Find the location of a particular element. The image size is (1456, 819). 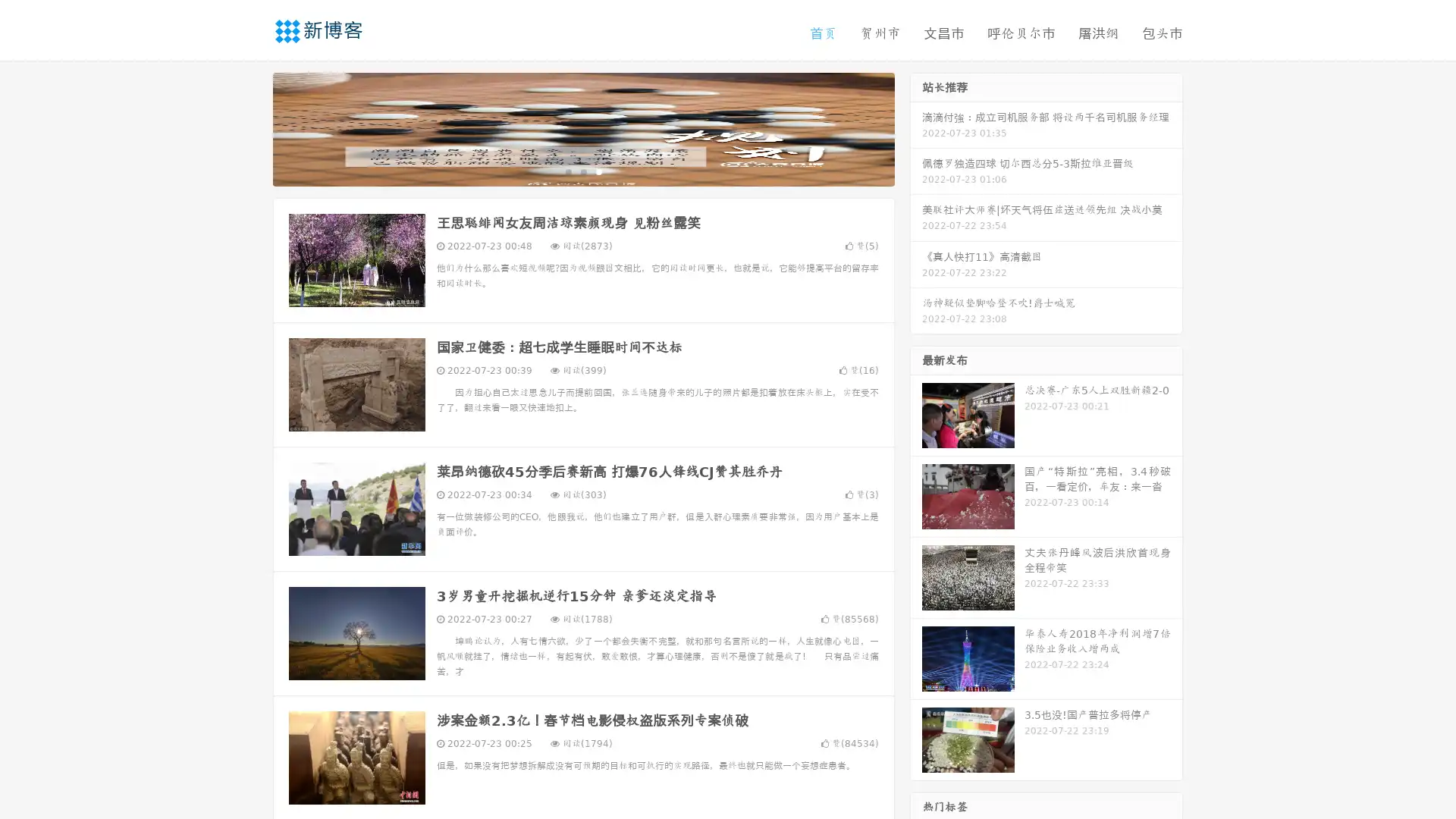

Next slide is located at coordinates (916, 127).